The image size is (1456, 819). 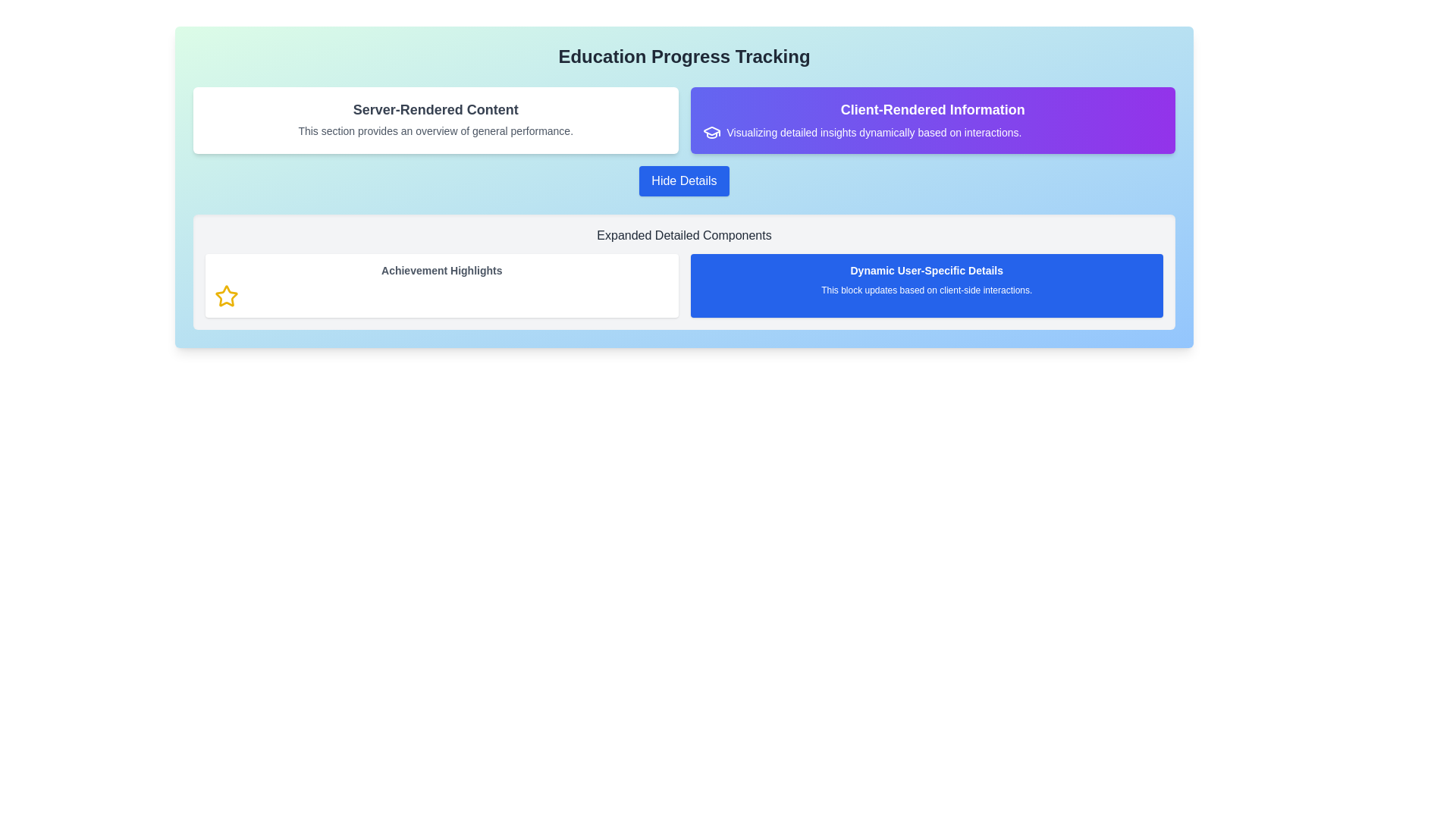 What do you see at coordinates (683, 286) in the screenshot?
I see `the Information Display Block, which has a blue background and contains the text 'Dynamic User-Specific Details' and 'This block updates based on client-side interactions.', located in the bottom section of the layout` at bounding box center [683, 286].